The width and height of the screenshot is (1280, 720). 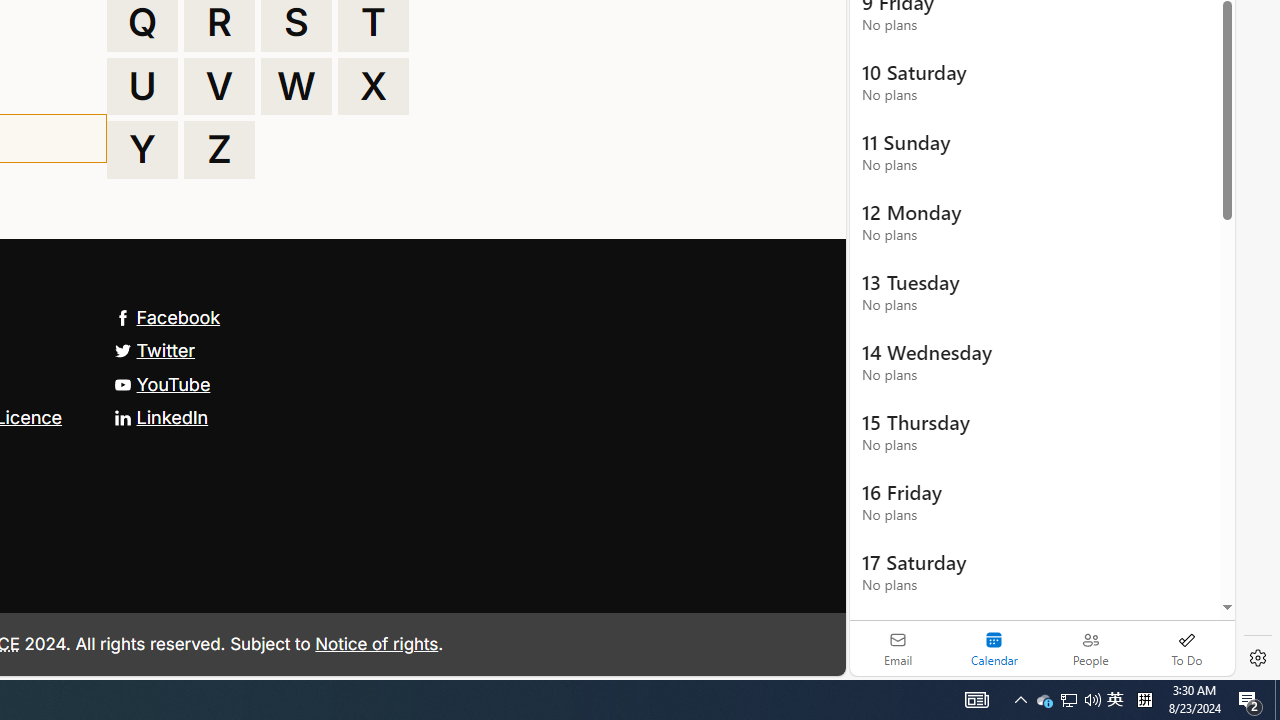 I want to click on 'W', so click(x=295, y=85).